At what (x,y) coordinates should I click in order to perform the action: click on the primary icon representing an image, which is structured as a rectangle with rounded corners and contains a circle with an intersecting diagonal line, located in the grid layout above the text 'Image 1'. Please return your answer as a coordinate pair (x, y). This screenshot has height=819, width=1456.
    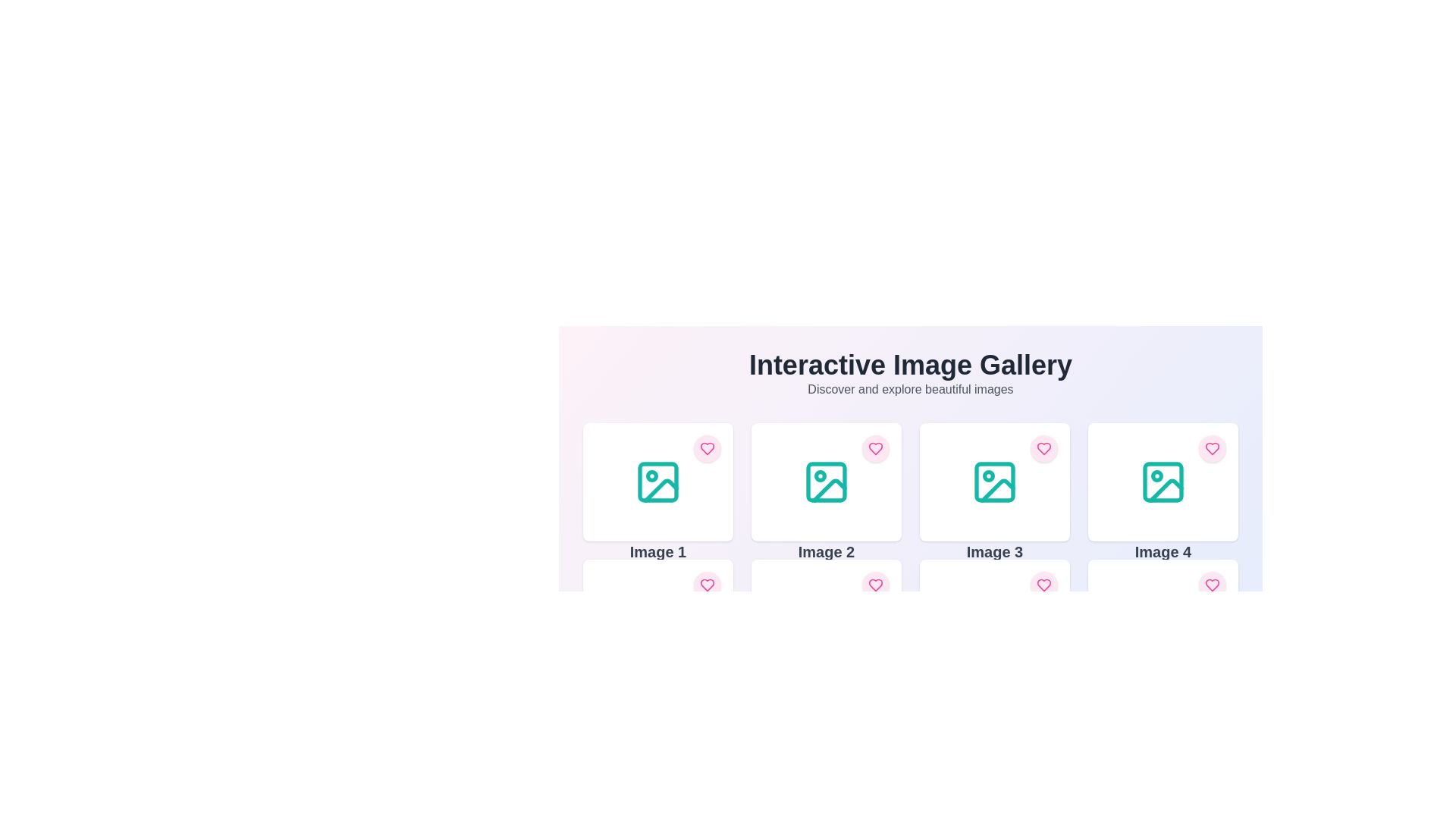
    Looking at the image, I should click on (658, 482).